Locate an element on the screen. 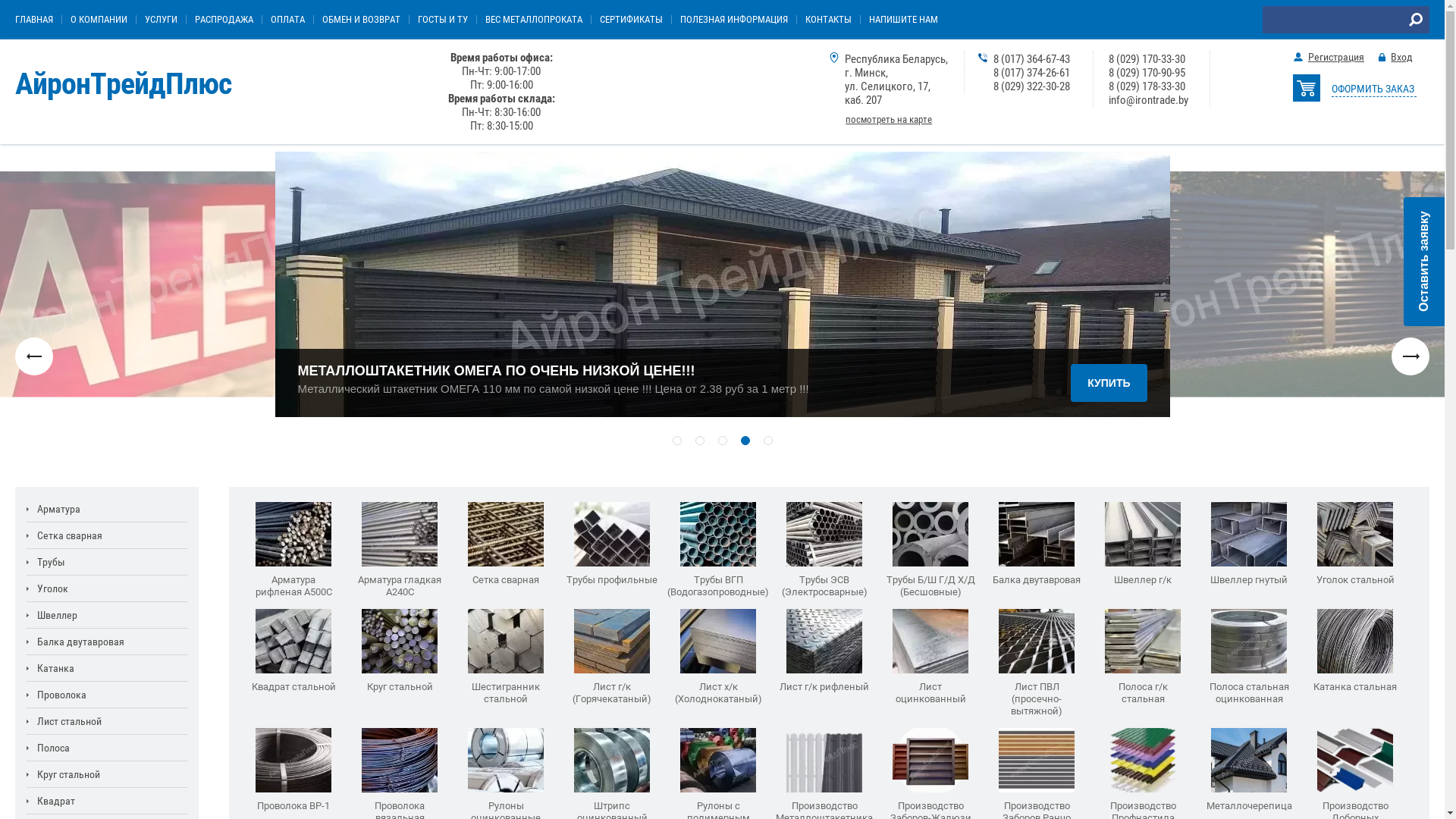 The height and width of the screenshot is (819, 1456). '8 (017) 374-26-61' is located at coordinates (1031, 73).